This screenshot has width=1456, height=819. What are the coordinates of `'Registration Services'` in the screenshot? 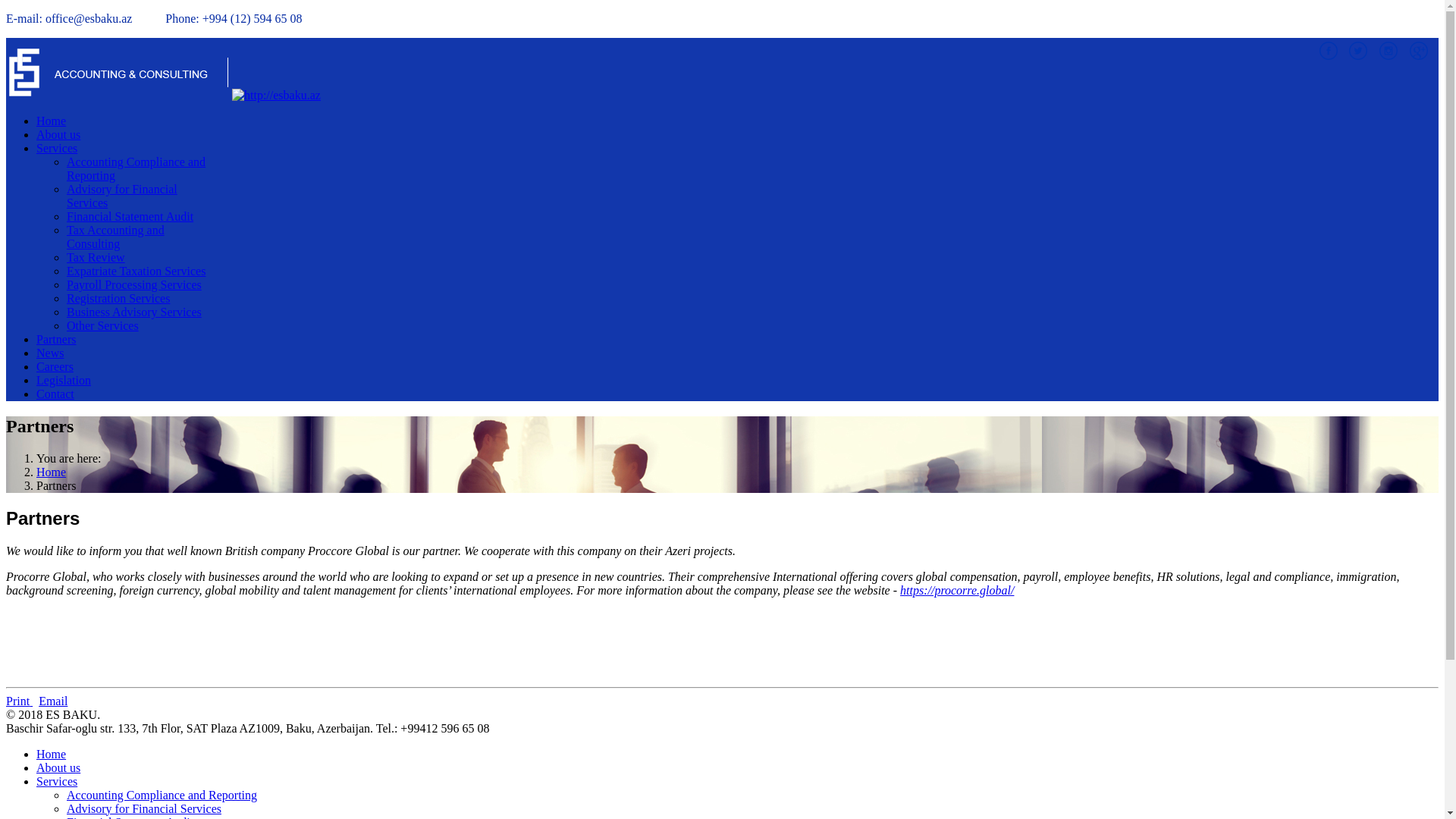 It's located at (118, 298).